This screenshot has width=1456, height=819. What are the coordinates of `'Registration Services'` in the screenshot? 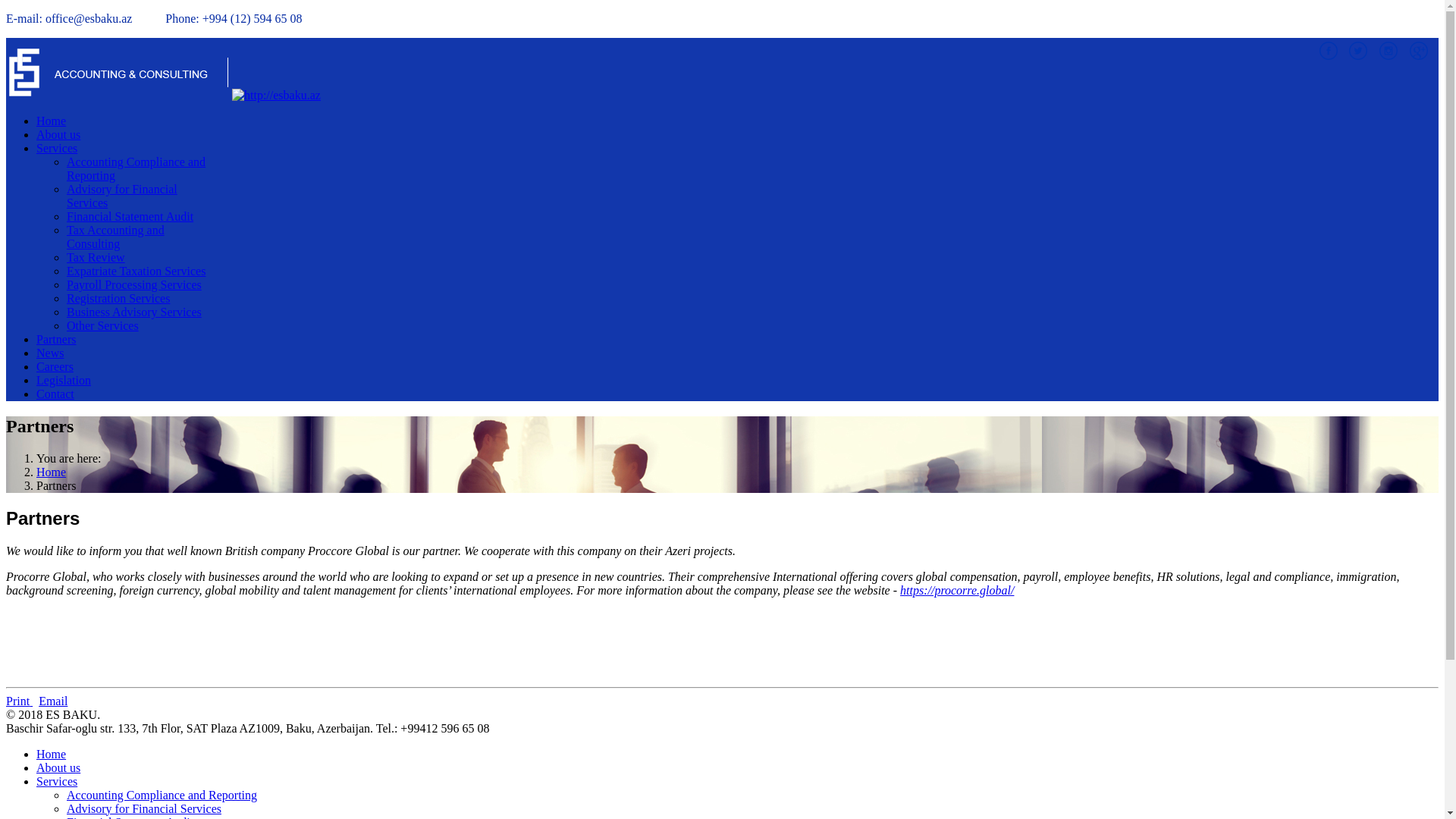 It's located at (118, 298).